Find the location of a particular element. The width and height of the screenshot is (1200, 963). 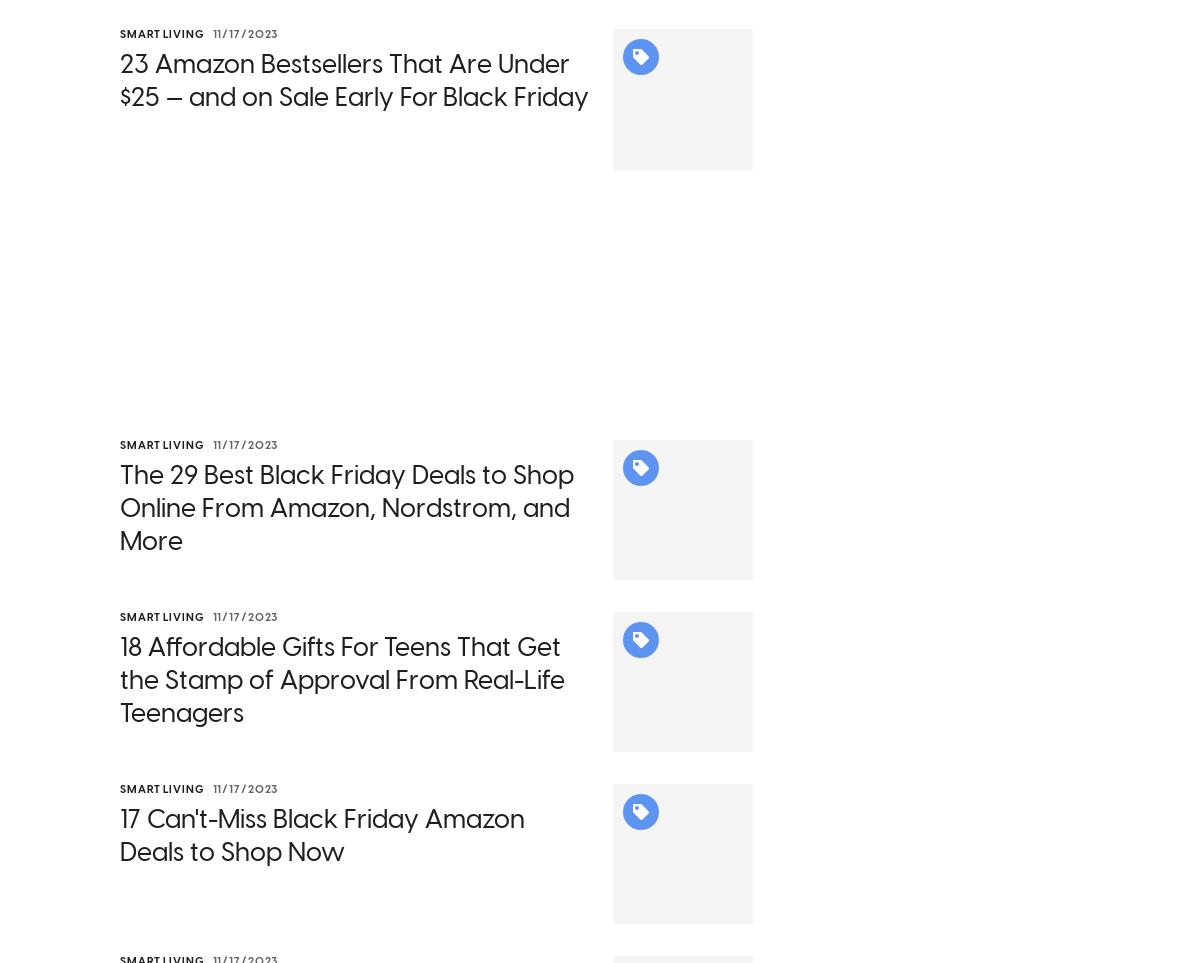

'23 Amazon Bestsellers That Are Under $25 — and on Sale Early For Black Friday' is located at coordinates (354, 106).